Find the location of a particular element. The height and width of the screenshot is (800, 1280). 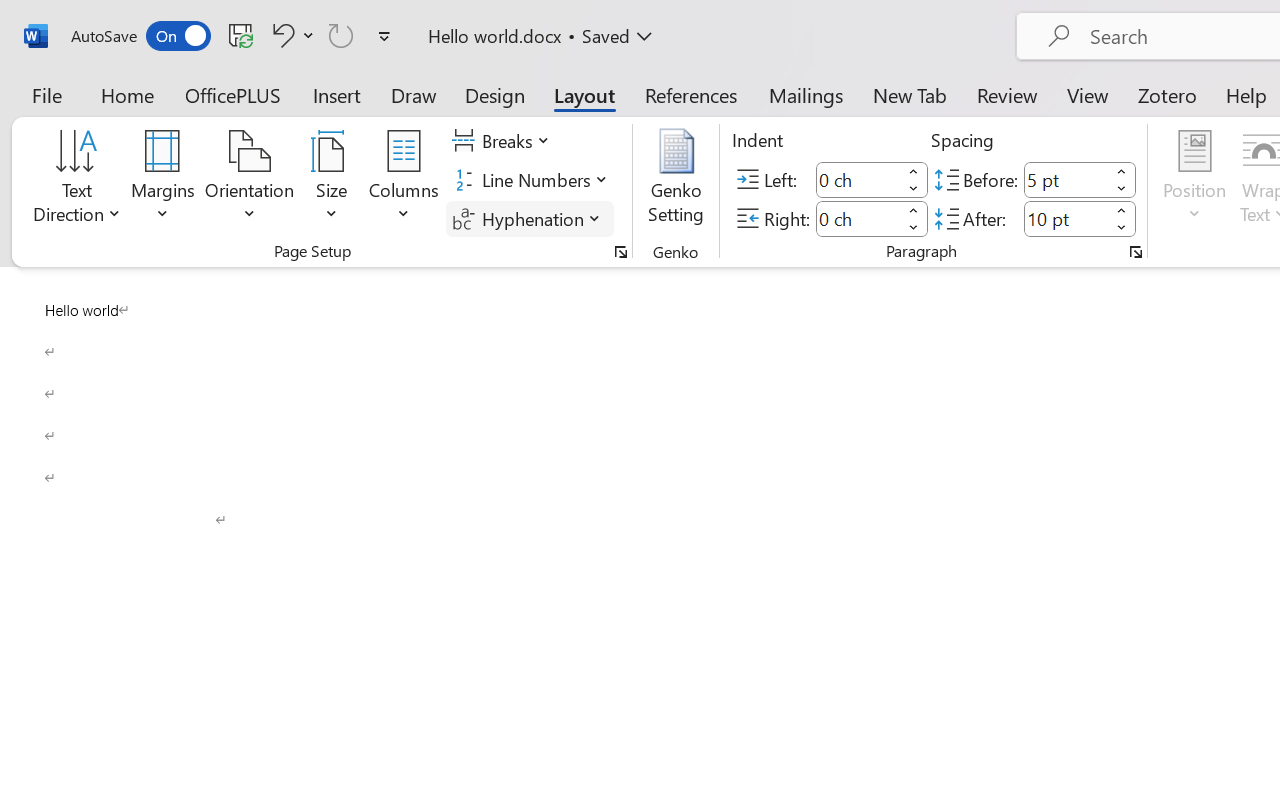

'Customize Quick Access Toolbar' is located at coordinates (384, 35).